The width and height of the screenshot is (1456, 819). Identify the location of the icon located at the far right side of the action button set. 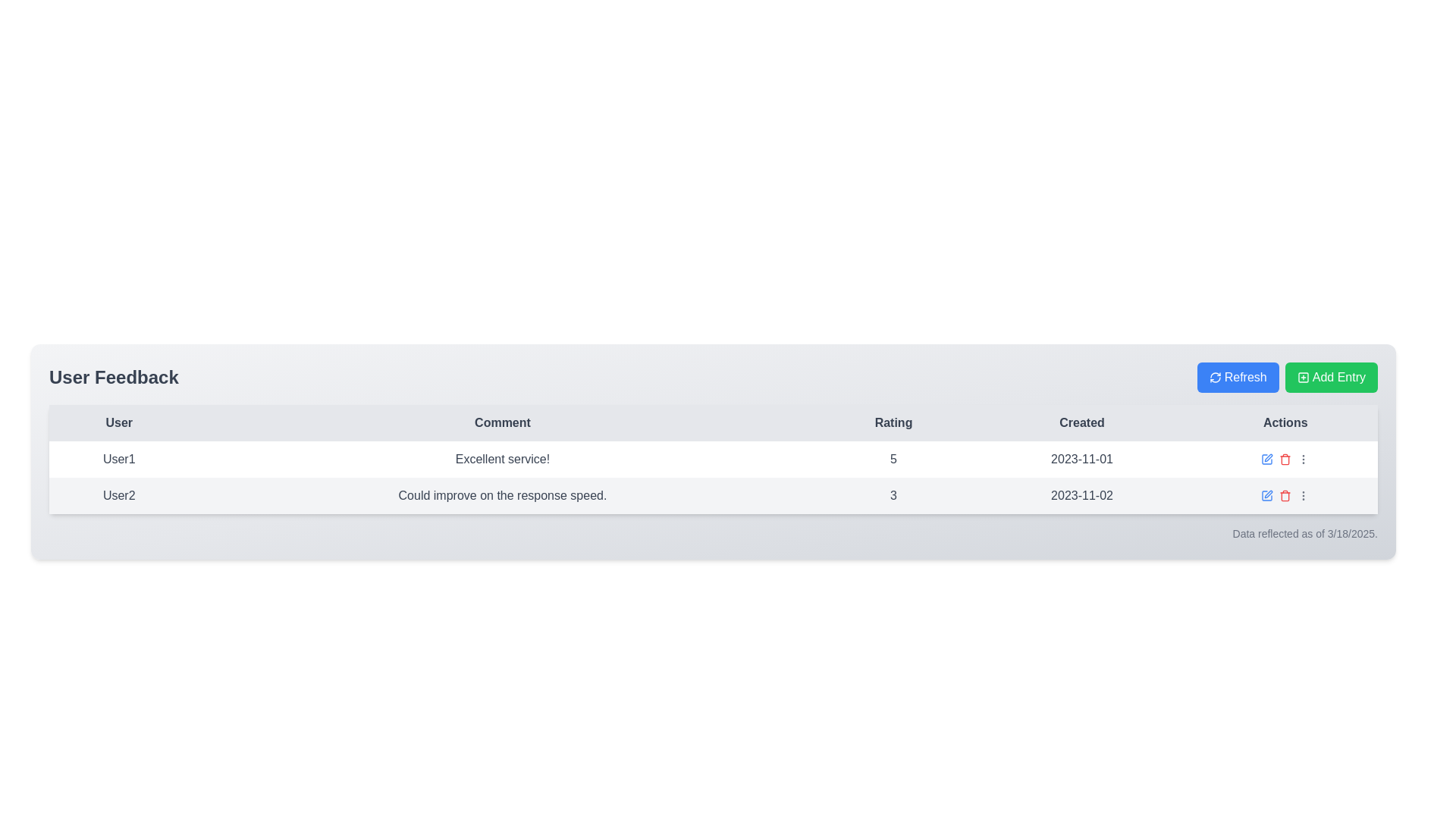
(1302, 458).